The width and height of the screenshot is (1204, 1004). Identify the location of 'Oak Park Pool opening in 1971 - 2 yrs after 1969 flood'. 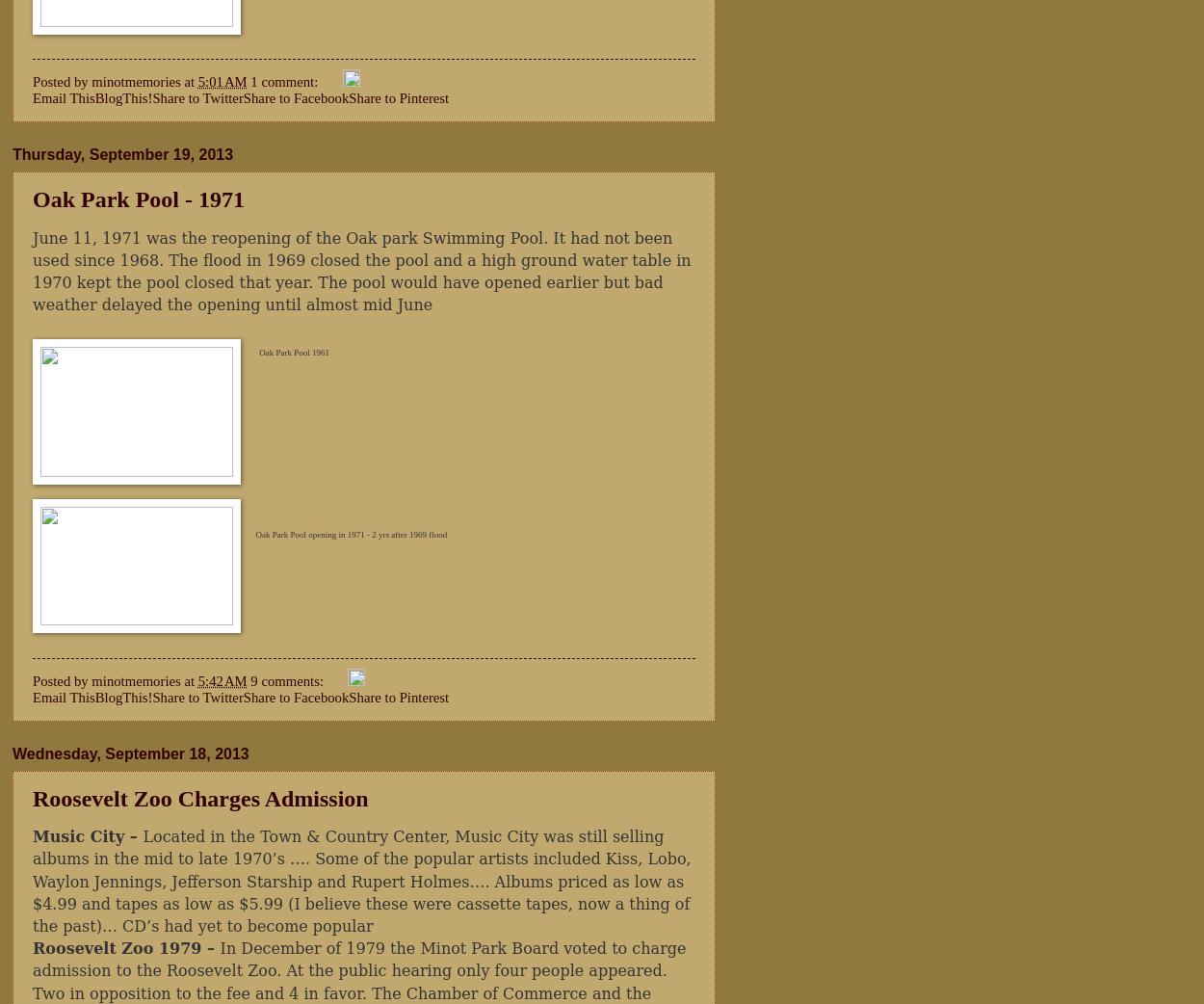
(350, 533).